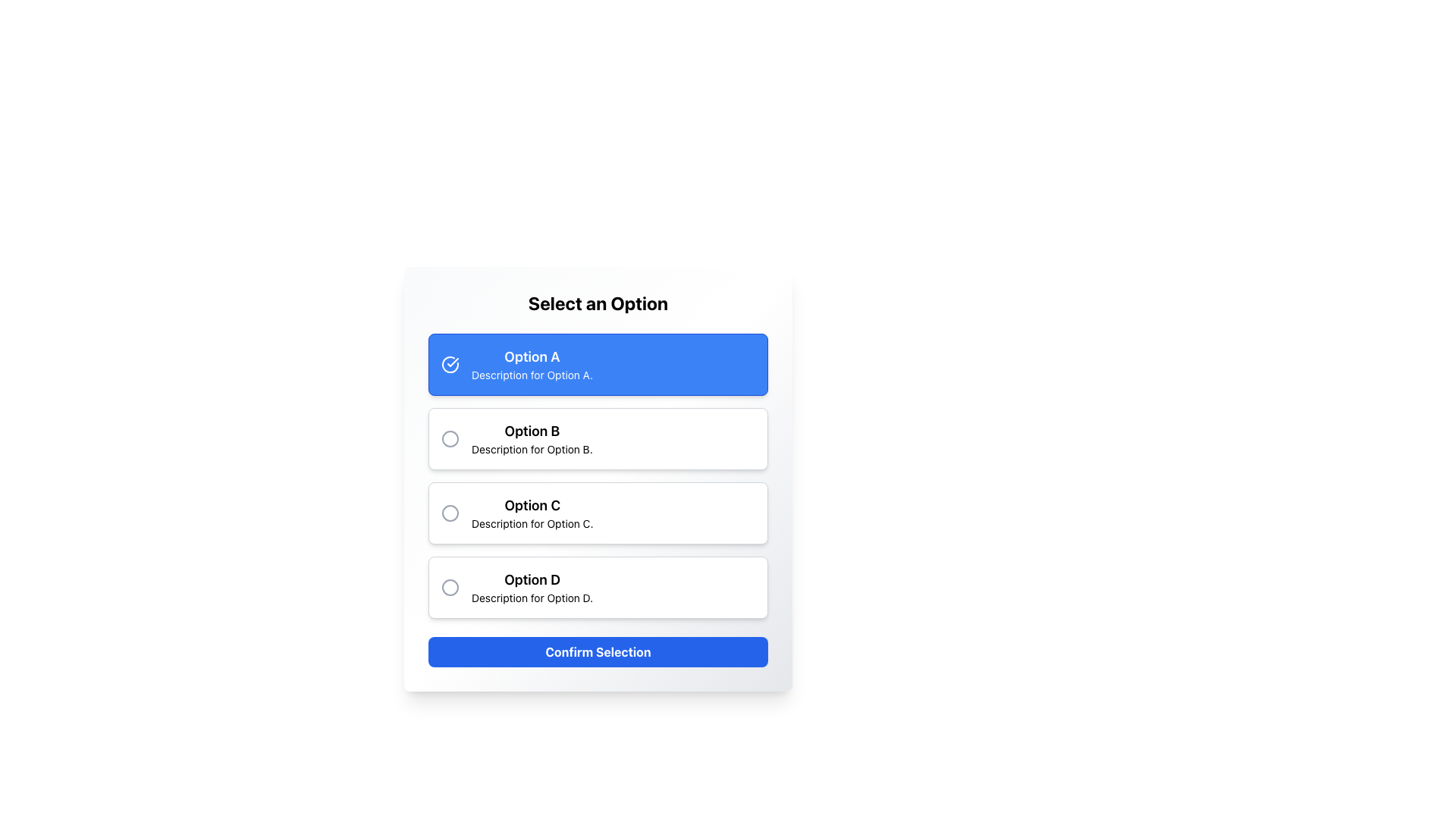 The width and height of the screenshot is (1456, 819). Describe the element at coordinates (532, 587) in the screenshot. I see `the selectable option labeled 'Option D' in the multiple-choice interface` at that location.